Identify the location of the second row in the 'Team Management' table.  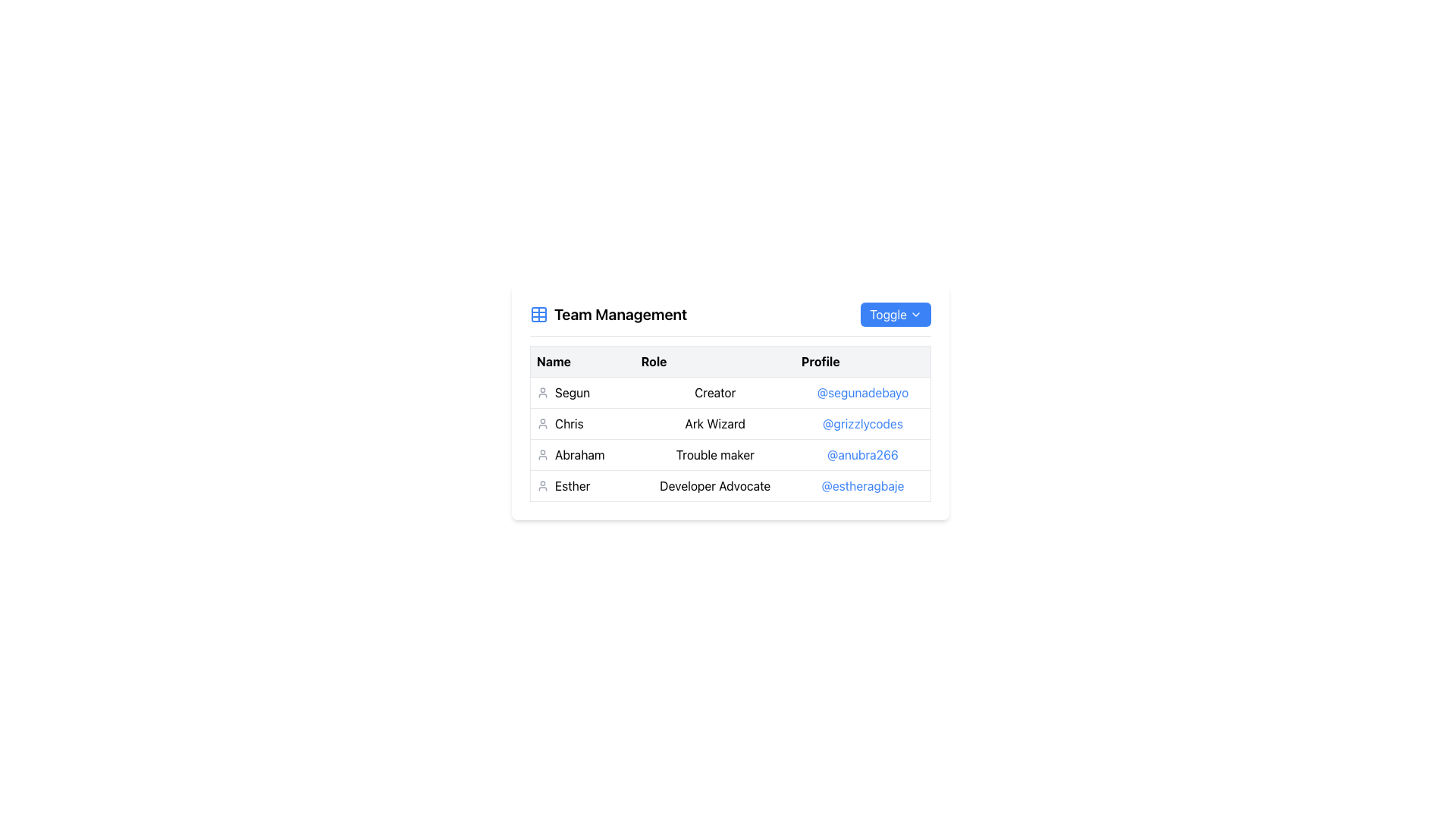
(730, 424).